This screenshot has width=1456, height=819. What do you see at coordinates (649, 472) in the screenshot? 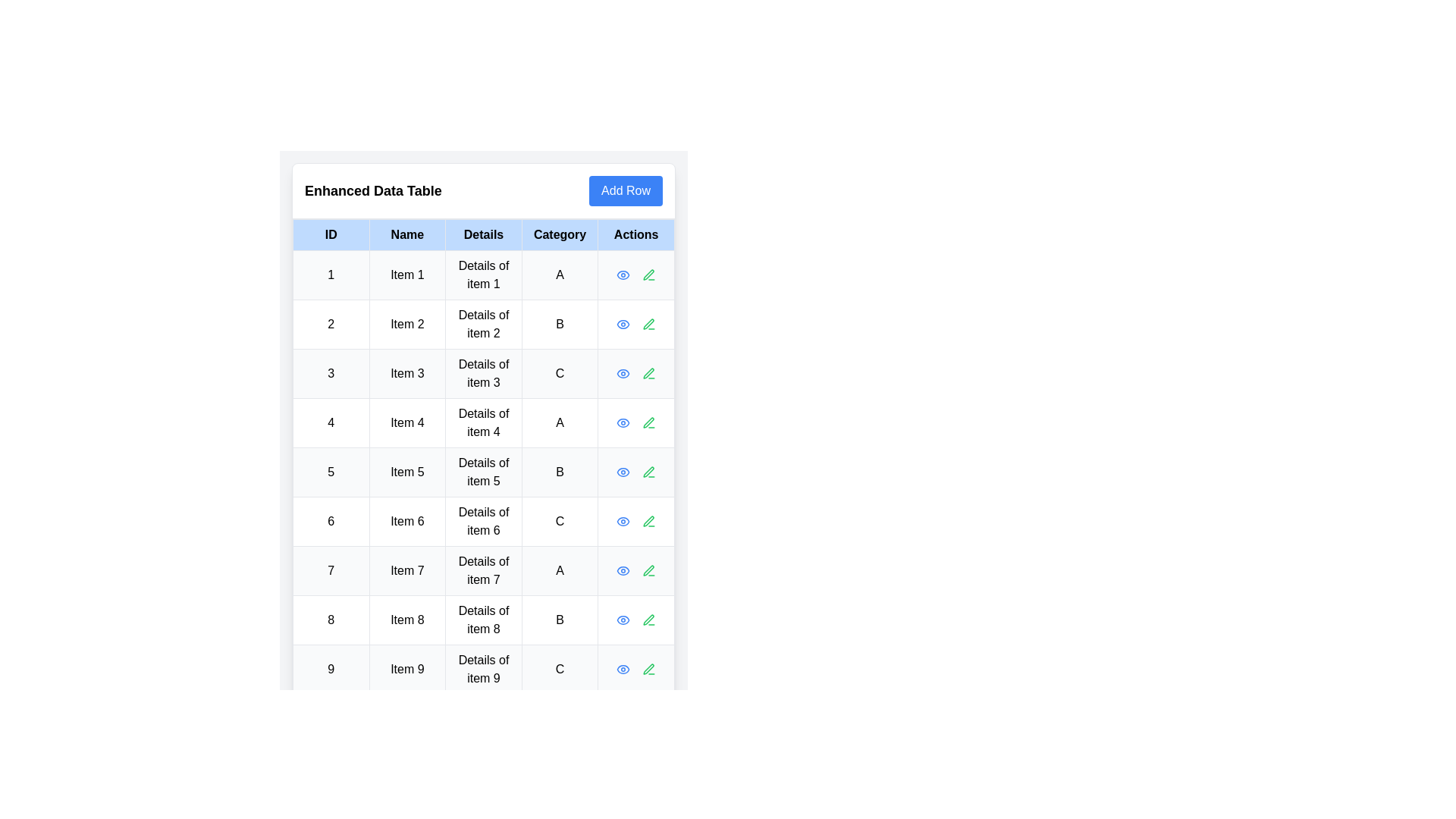
I see `the edit icon located` at bounding box center [649, 472].